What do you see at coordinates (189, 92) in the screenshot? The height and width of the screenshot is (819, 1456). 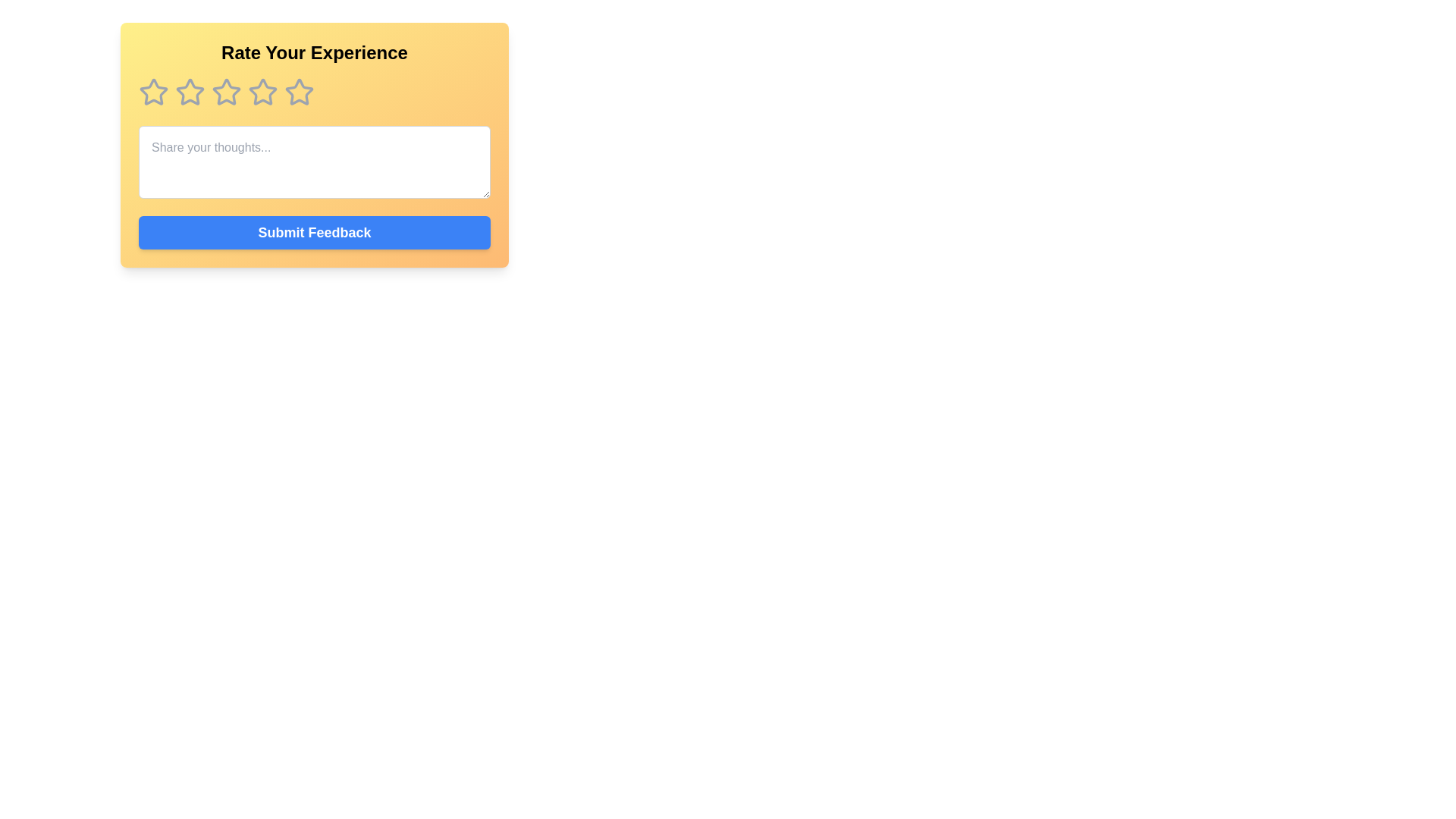 I see `the first rating star icon` at bounding box center [189, 92].